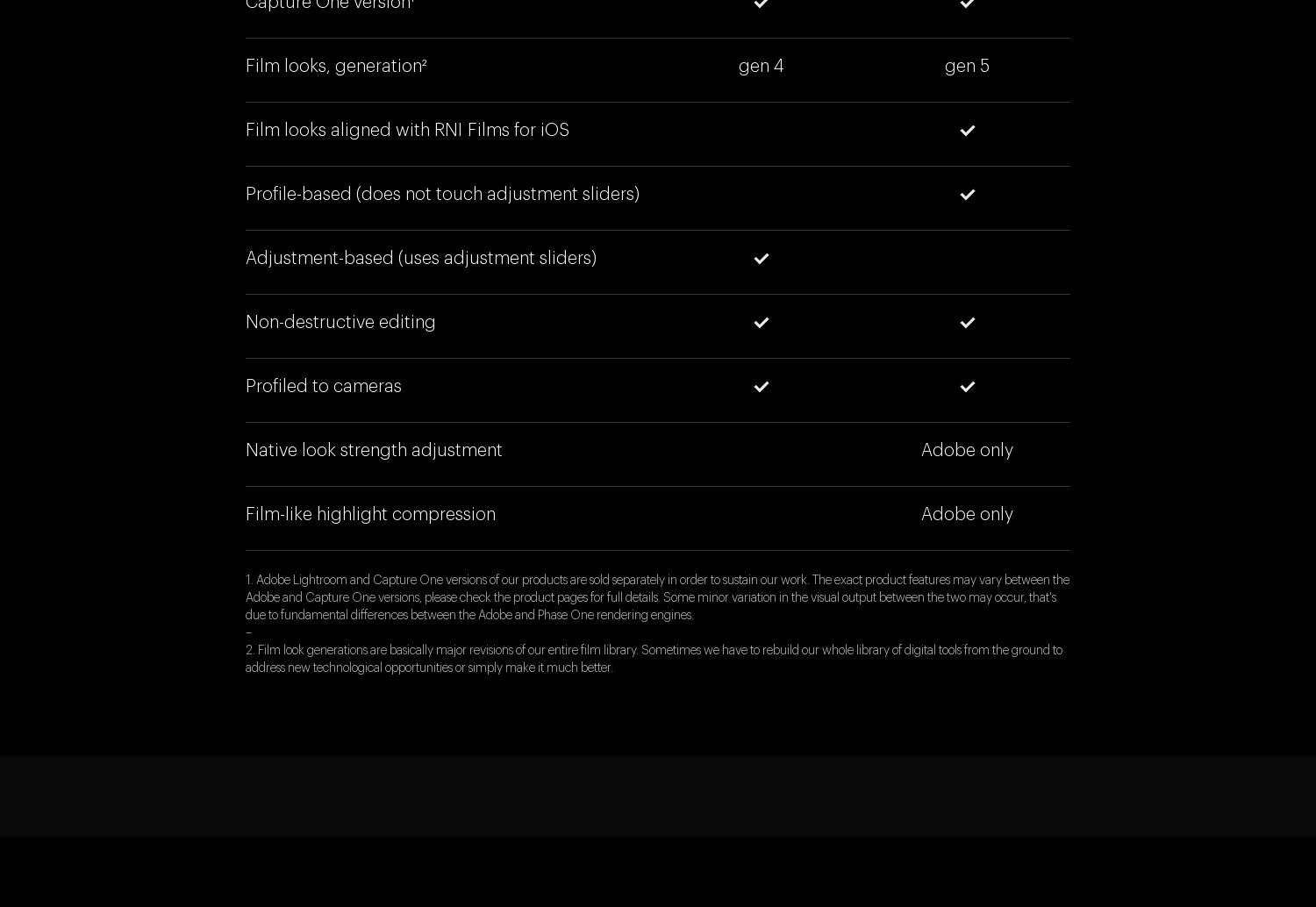 This screenshot has width=1316, height=907. Describe the element at coordinates (370, 515) in the screenshot. I see `'Film-like highlight compression'` at that location.